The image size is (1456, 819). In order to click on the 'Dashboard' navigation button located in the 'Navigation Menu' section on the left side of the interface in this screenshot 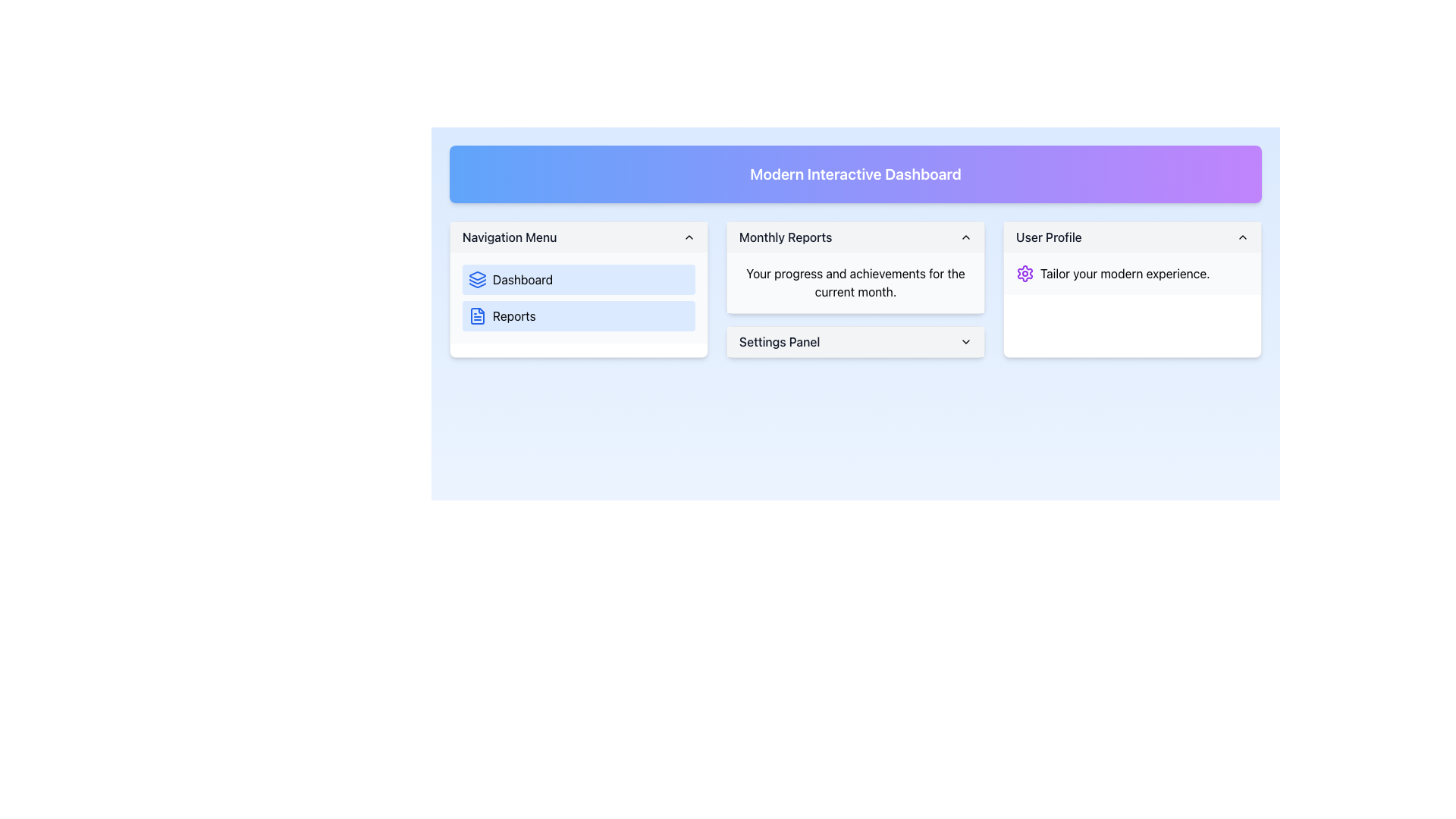, I will do `click(578, 280)`.